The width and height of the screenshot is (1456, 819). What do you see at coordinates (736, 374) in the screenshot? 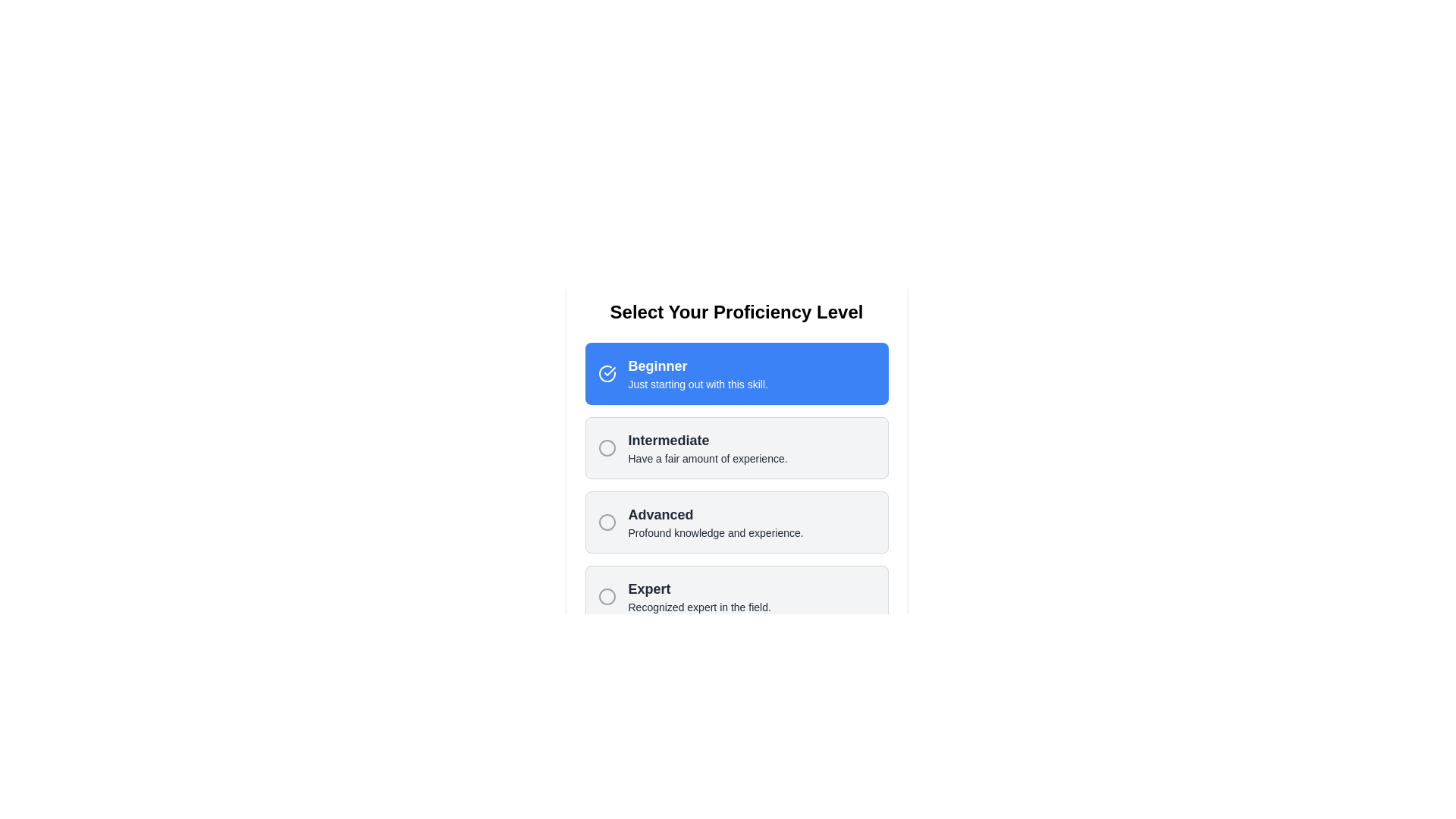
I see `the blue rectangular button with rounded corners labeled 'Beginner'` at bounding box center [736, 374].